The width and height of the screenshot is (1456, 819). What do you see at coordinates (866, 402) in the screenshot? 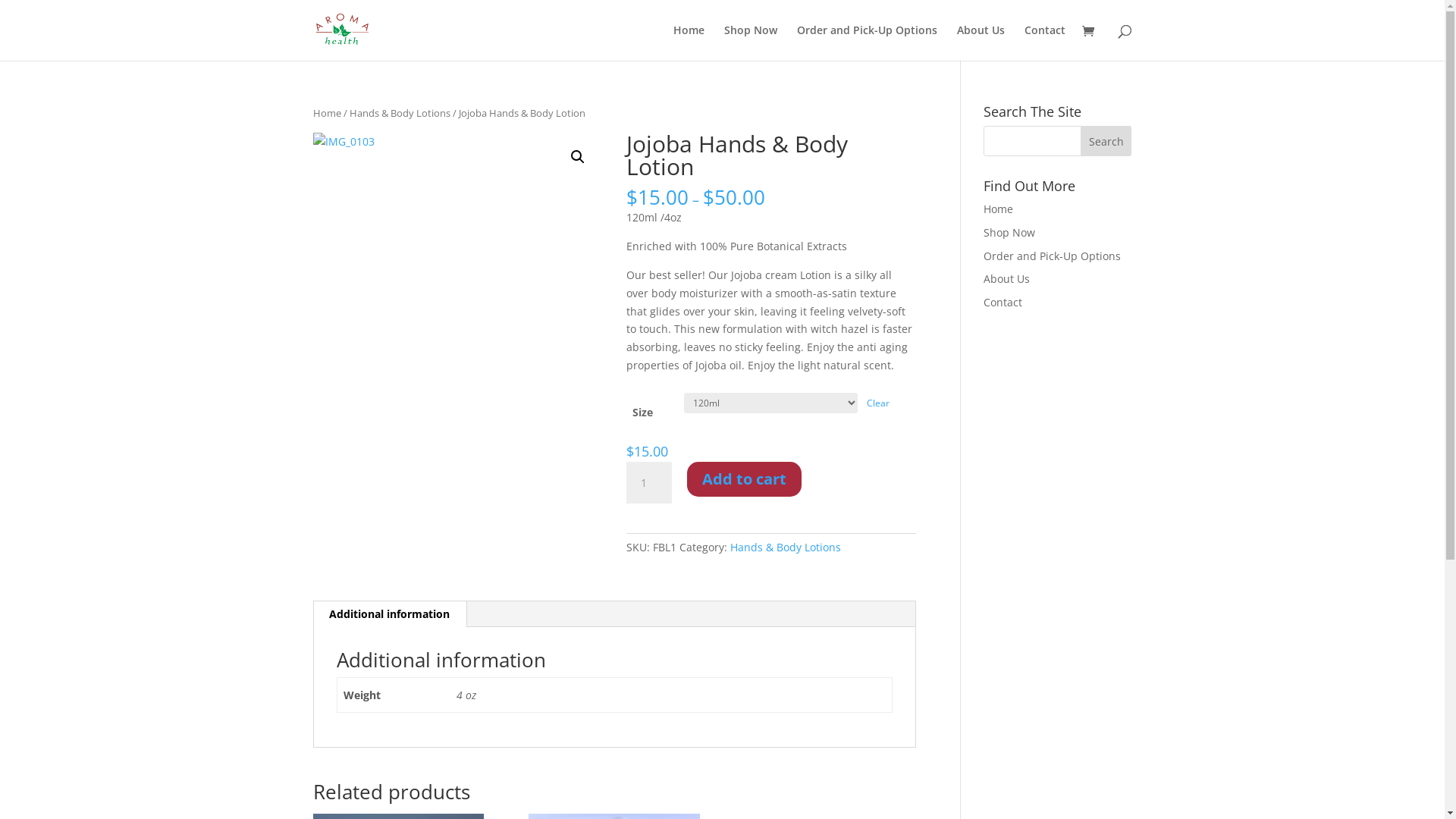
I see `'Clear'` at bounding box center [866, 402].